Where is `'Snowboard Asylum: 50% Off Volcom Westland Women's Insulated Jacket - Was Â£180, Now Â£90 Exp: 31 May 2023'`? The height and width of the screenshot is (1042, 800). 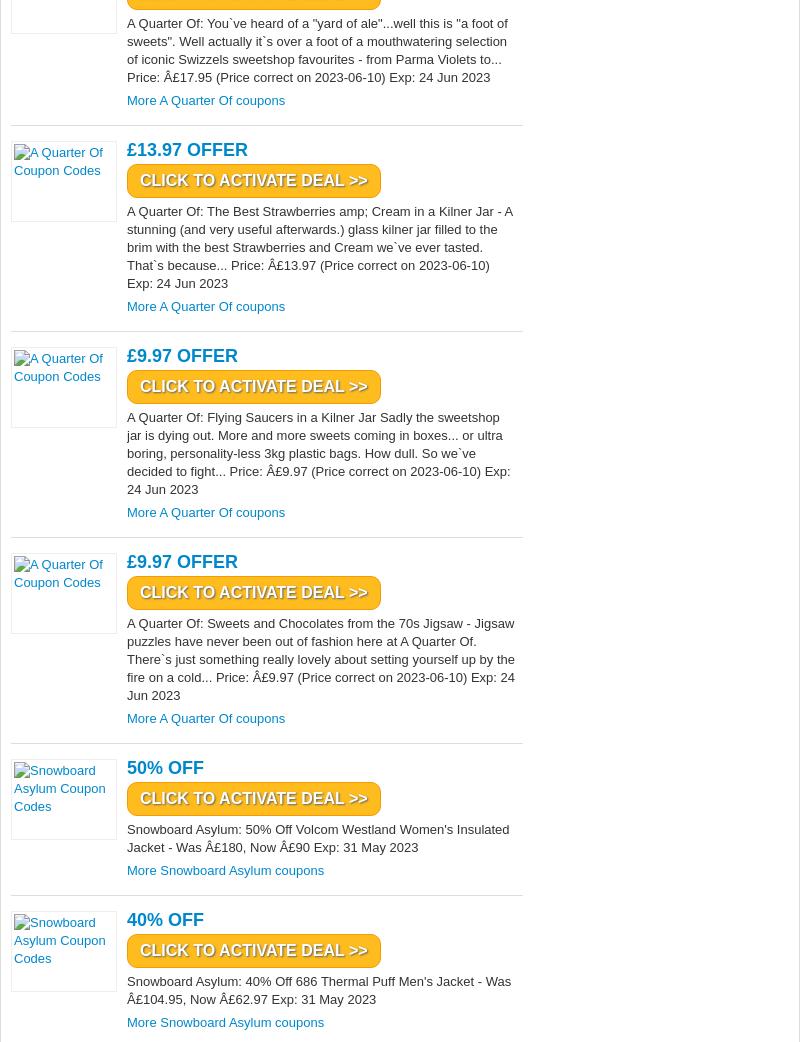
'Snowboard Asylum: 50% Off Volcom Westland Women's Insulated Jacket - Was Â£180, Now Â£90 Exp: 31 May 2023' is located at coordinates (317, 838).